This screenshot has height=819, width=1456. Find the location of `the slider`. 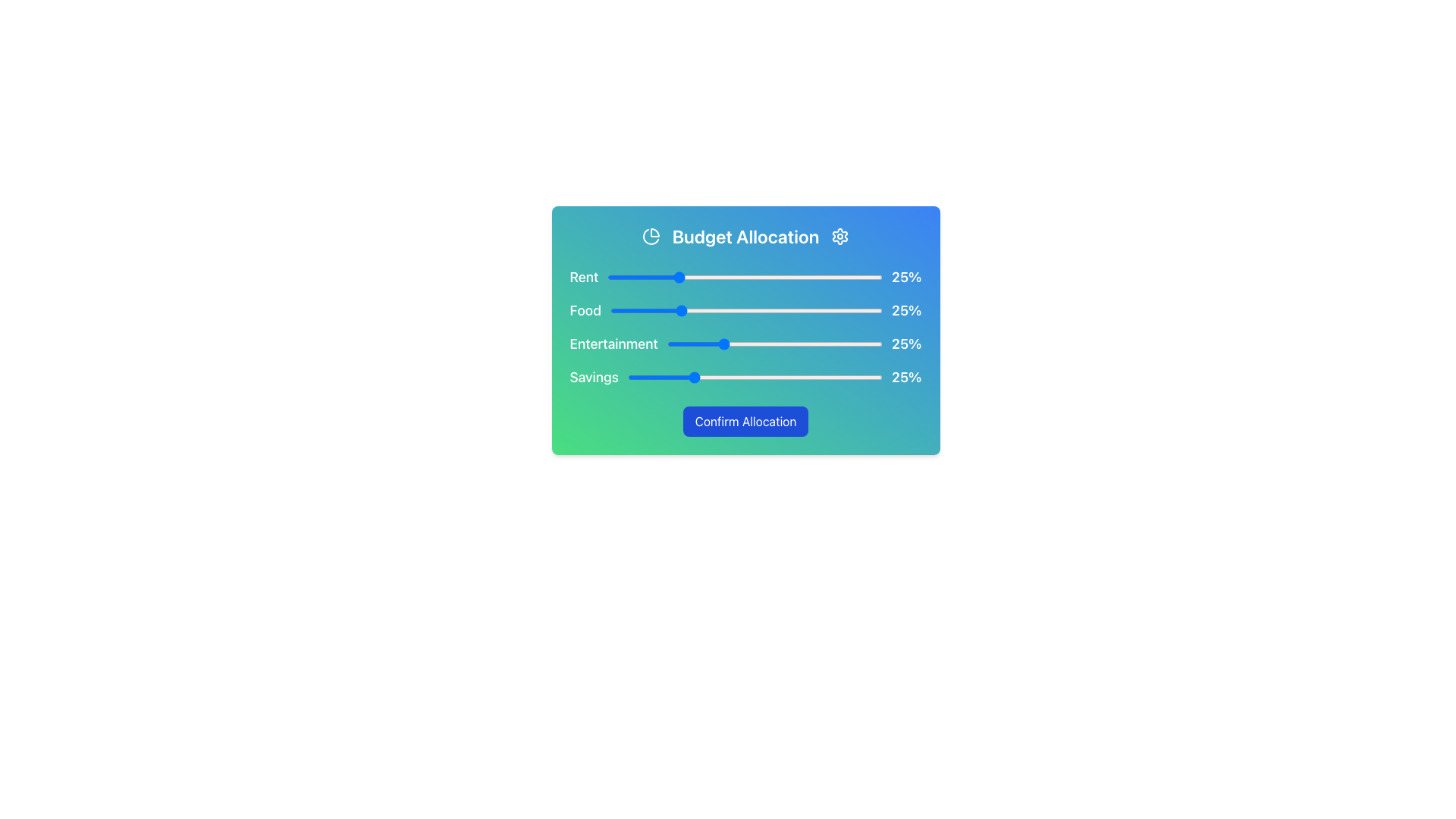

the slider is located at coordinates (752, 309).